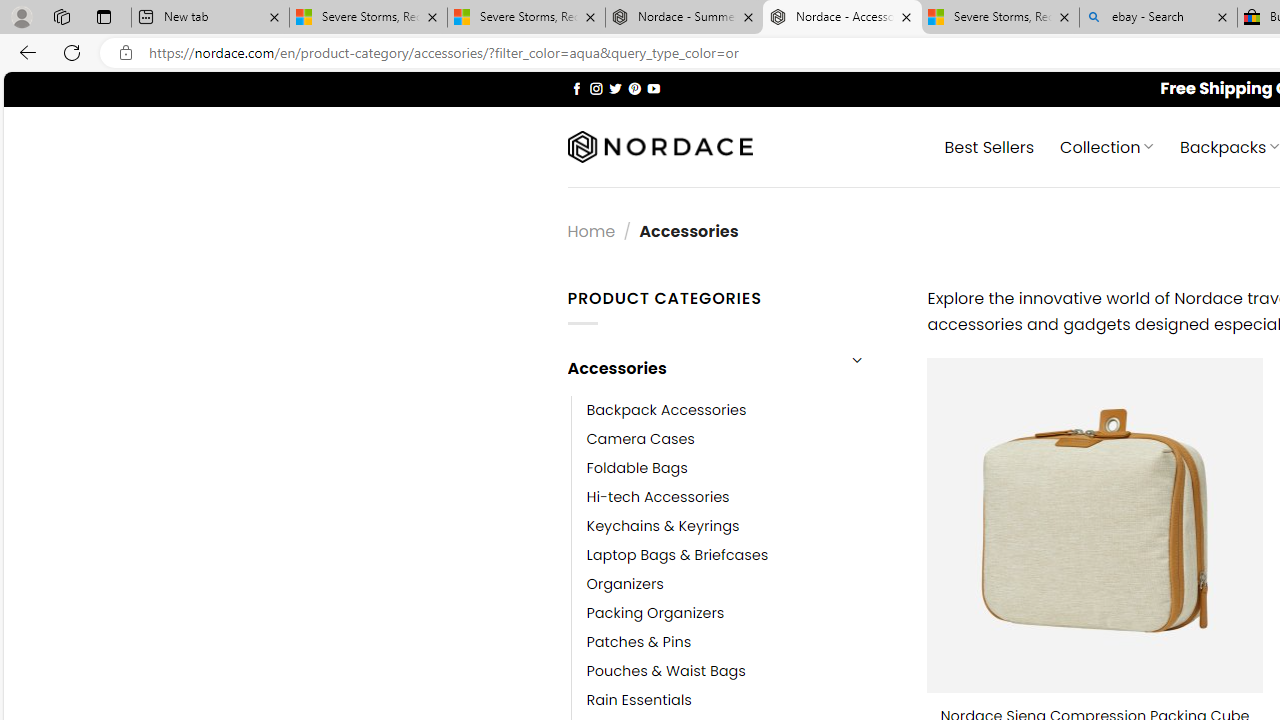  Describe the element at coordinates (657, 495) in the screenshot. I see `'Hi-tech Accessories'` at that location.